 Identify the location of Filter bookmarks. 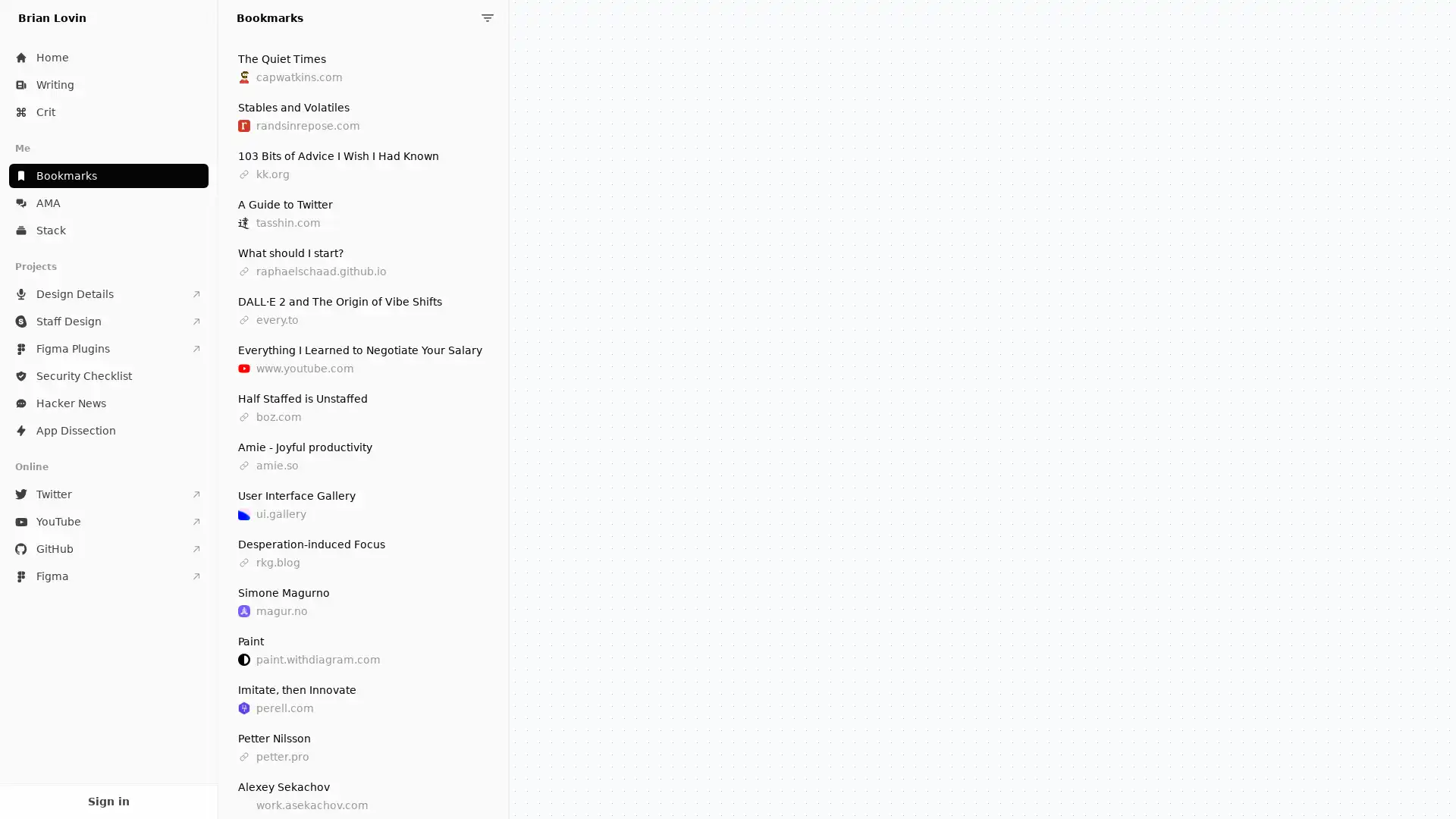
(488, 17).